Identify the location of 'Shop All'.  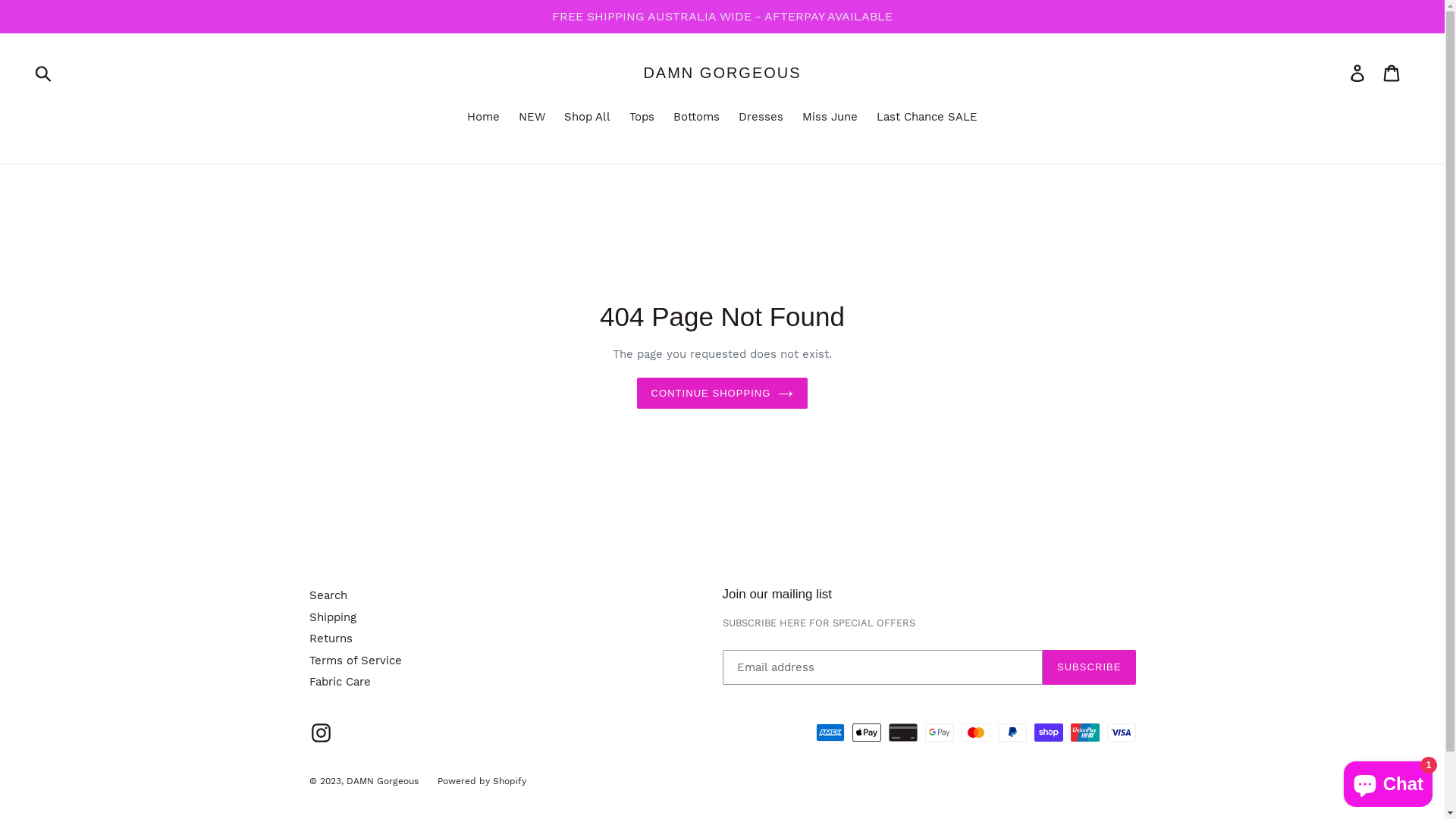
(586, 117).